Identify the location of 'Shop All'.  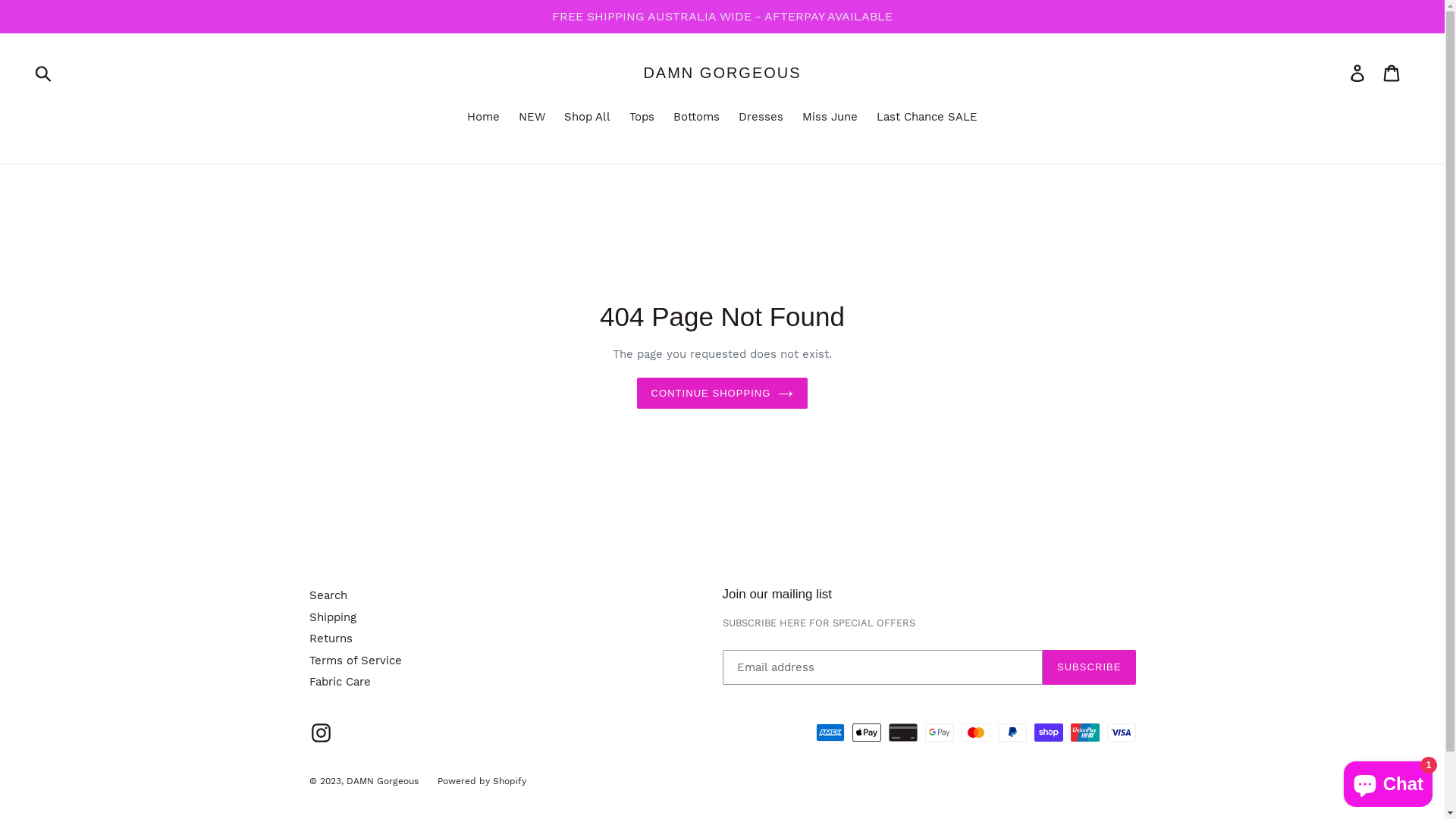
(586, 117).